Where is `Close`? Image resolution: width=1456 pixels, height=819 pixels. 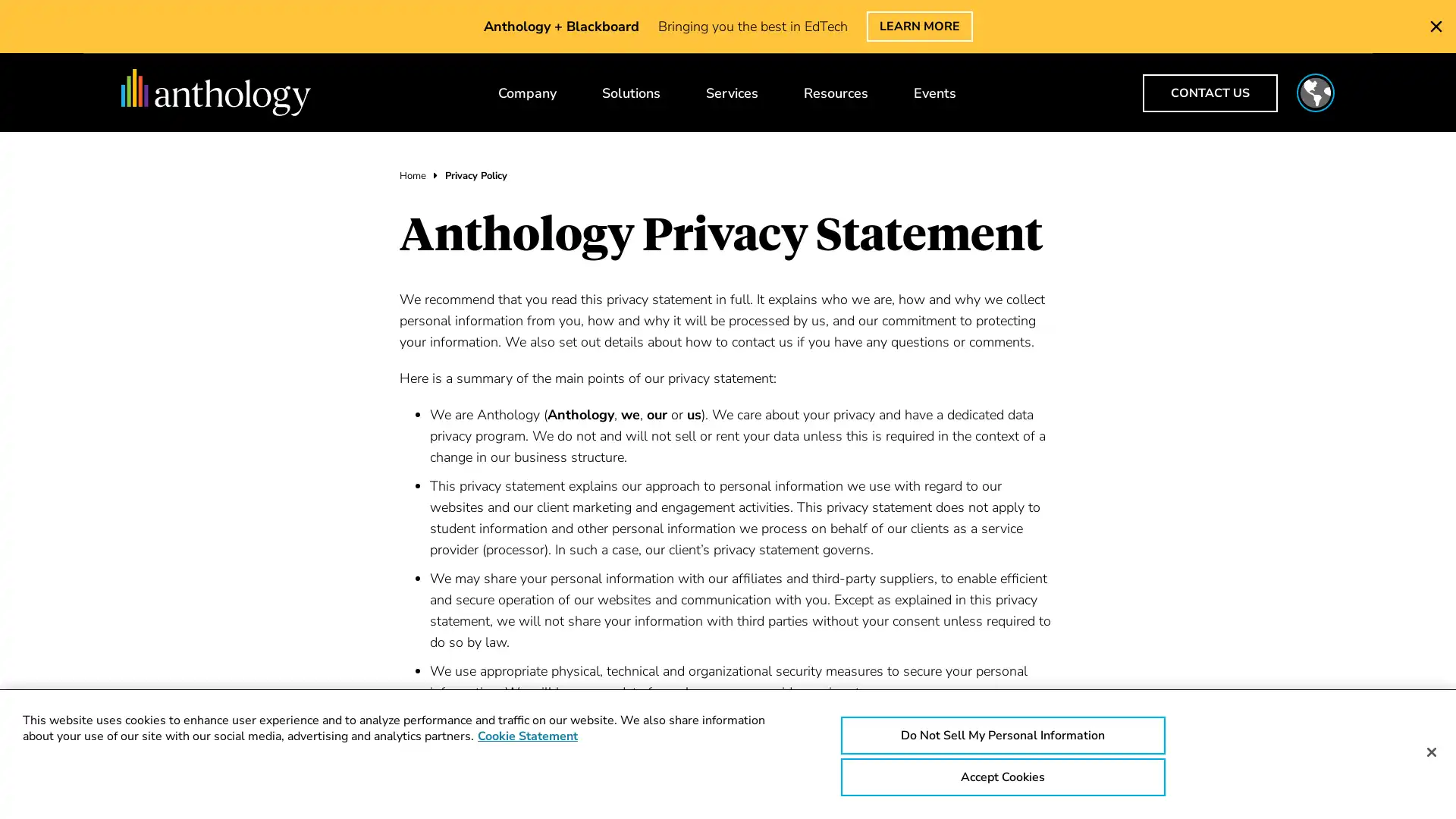
Close is located at coordinates (1430, 752).